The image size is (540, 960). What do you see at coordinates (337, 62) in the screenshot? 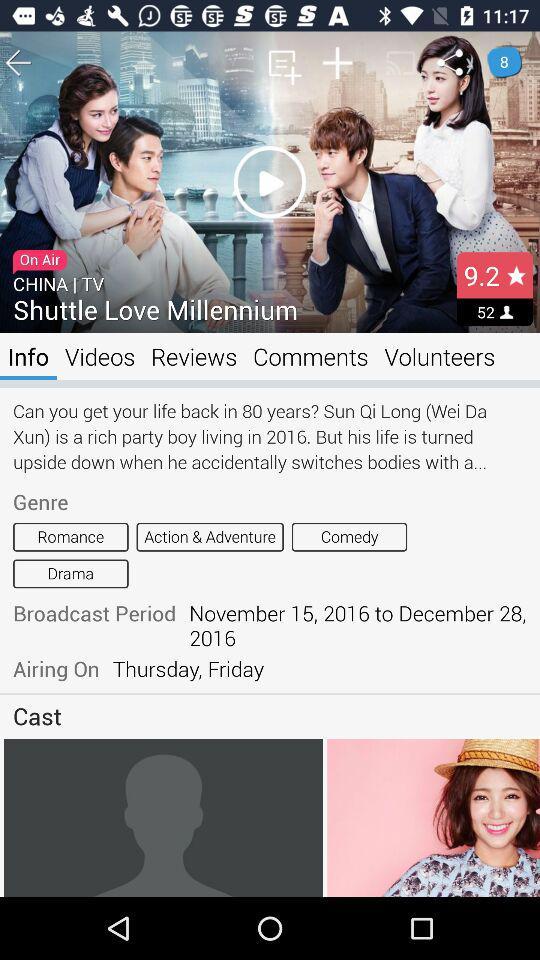
I see `the add icon` at bounding box center [337, 62].